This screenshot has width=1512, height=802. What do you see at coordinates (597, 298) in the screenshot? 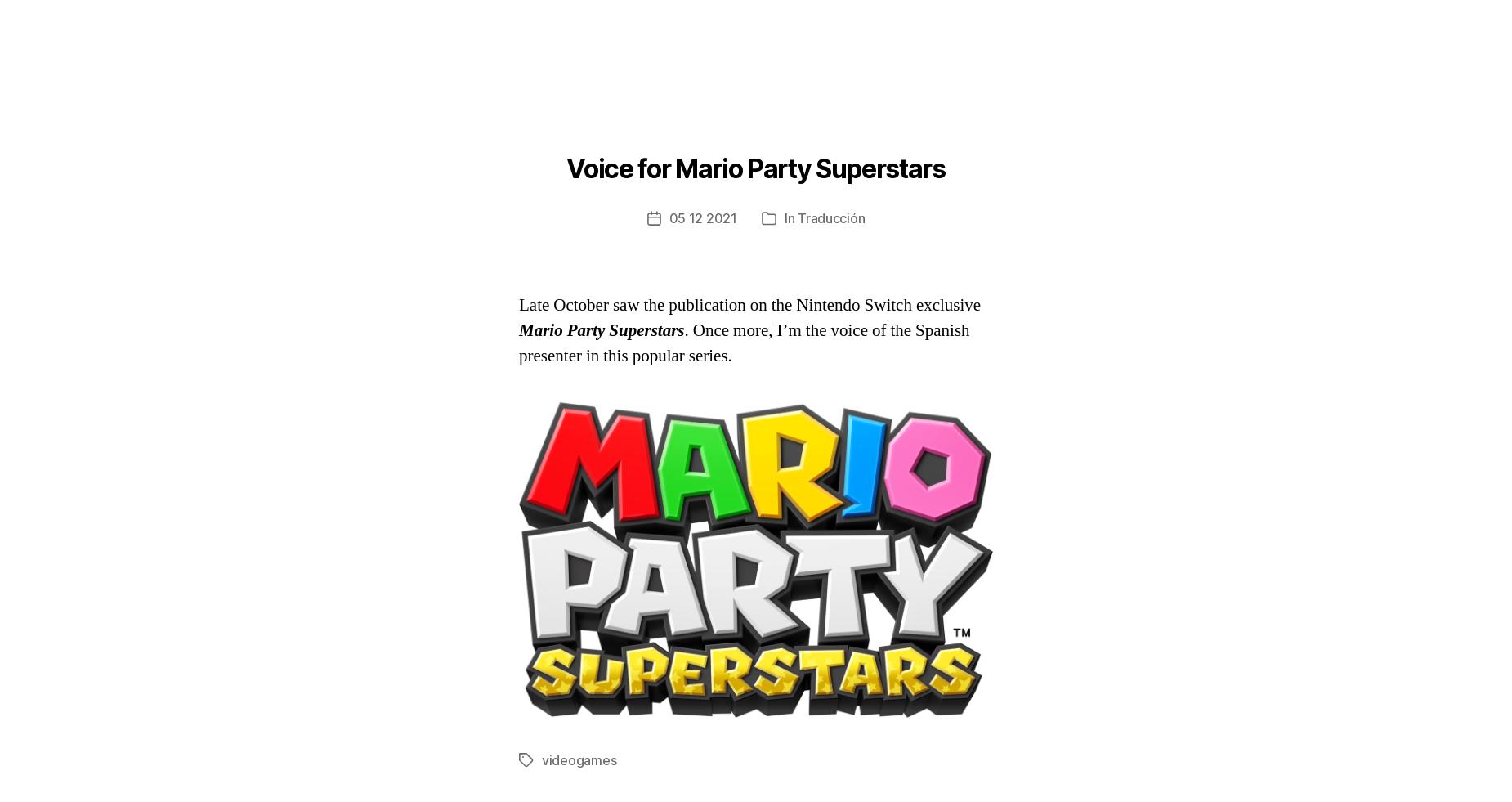
I see `'HobbyConsolas'` at bounding box center [597, 298].